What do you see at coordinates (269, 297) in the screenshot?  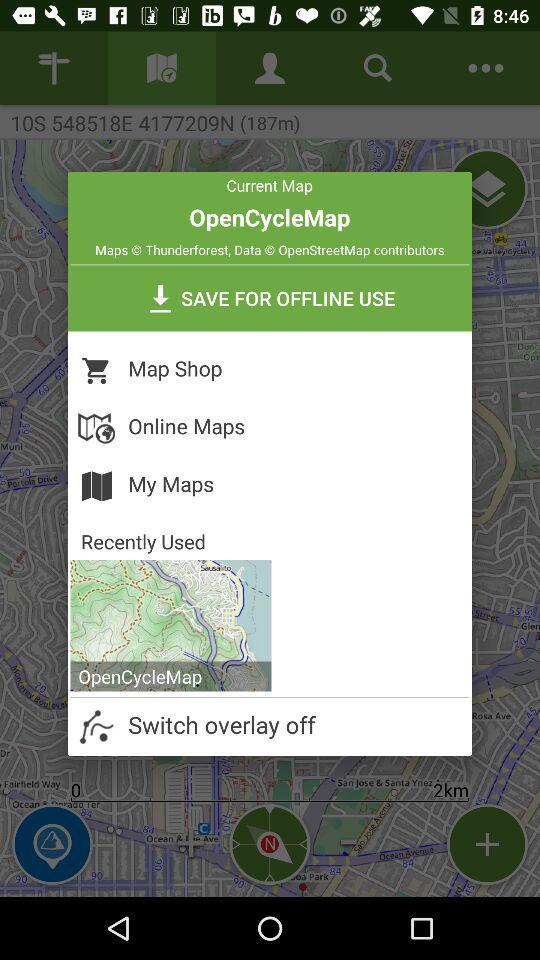 I see `save for offline` at bounding box center [269, 297].